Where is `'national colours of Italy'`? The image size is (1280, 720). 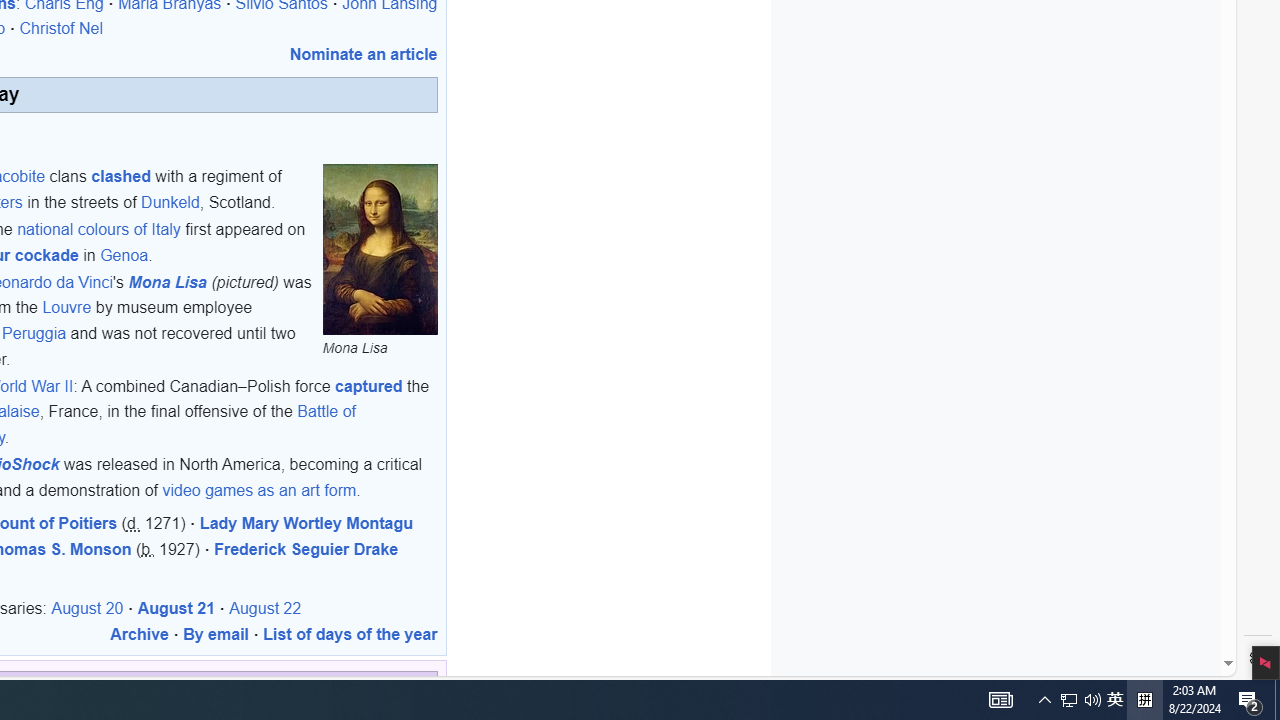 'national colours of Italy' is located at coordinates (97, 229).